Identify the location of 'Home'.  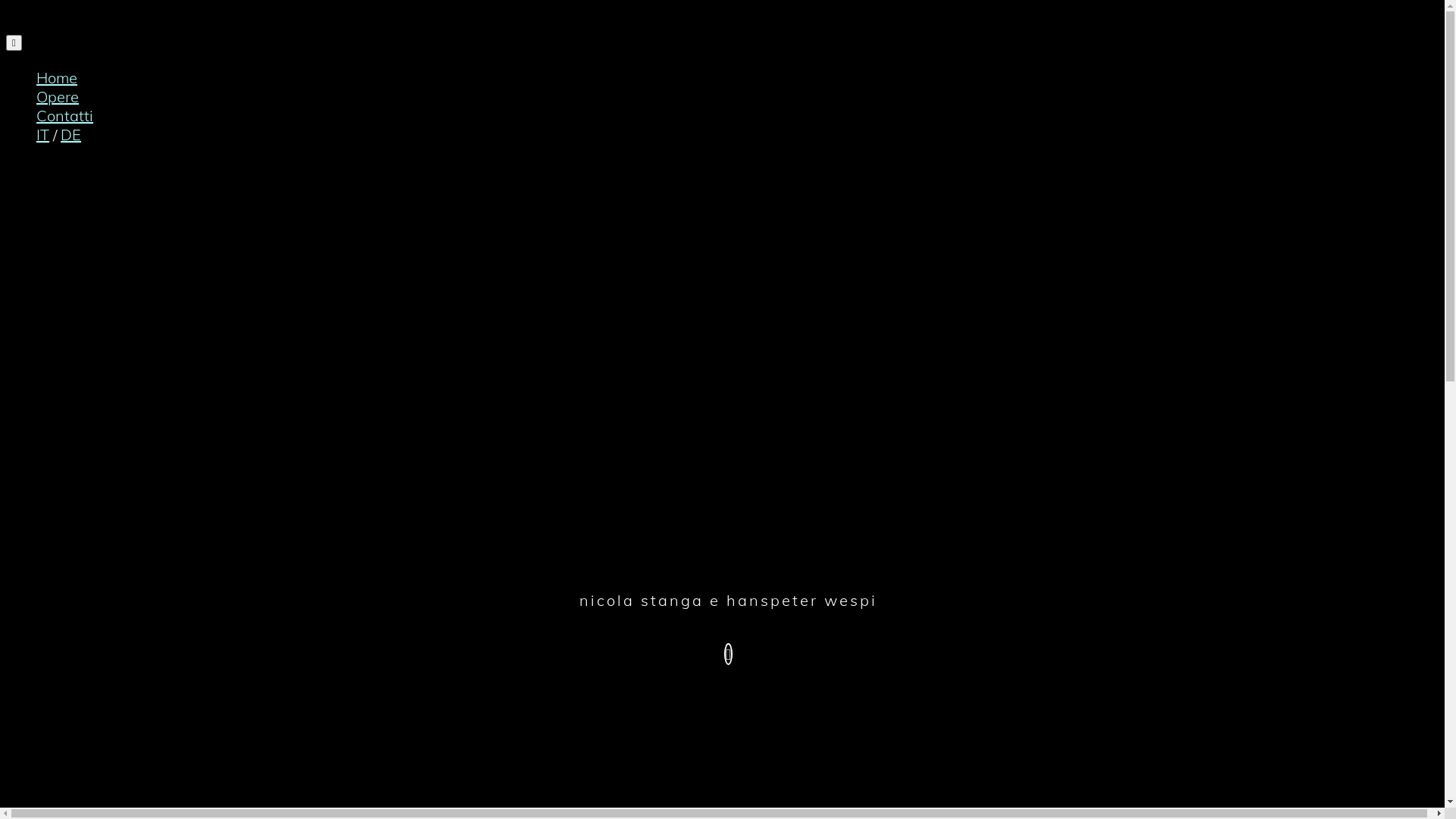
(57, 77).